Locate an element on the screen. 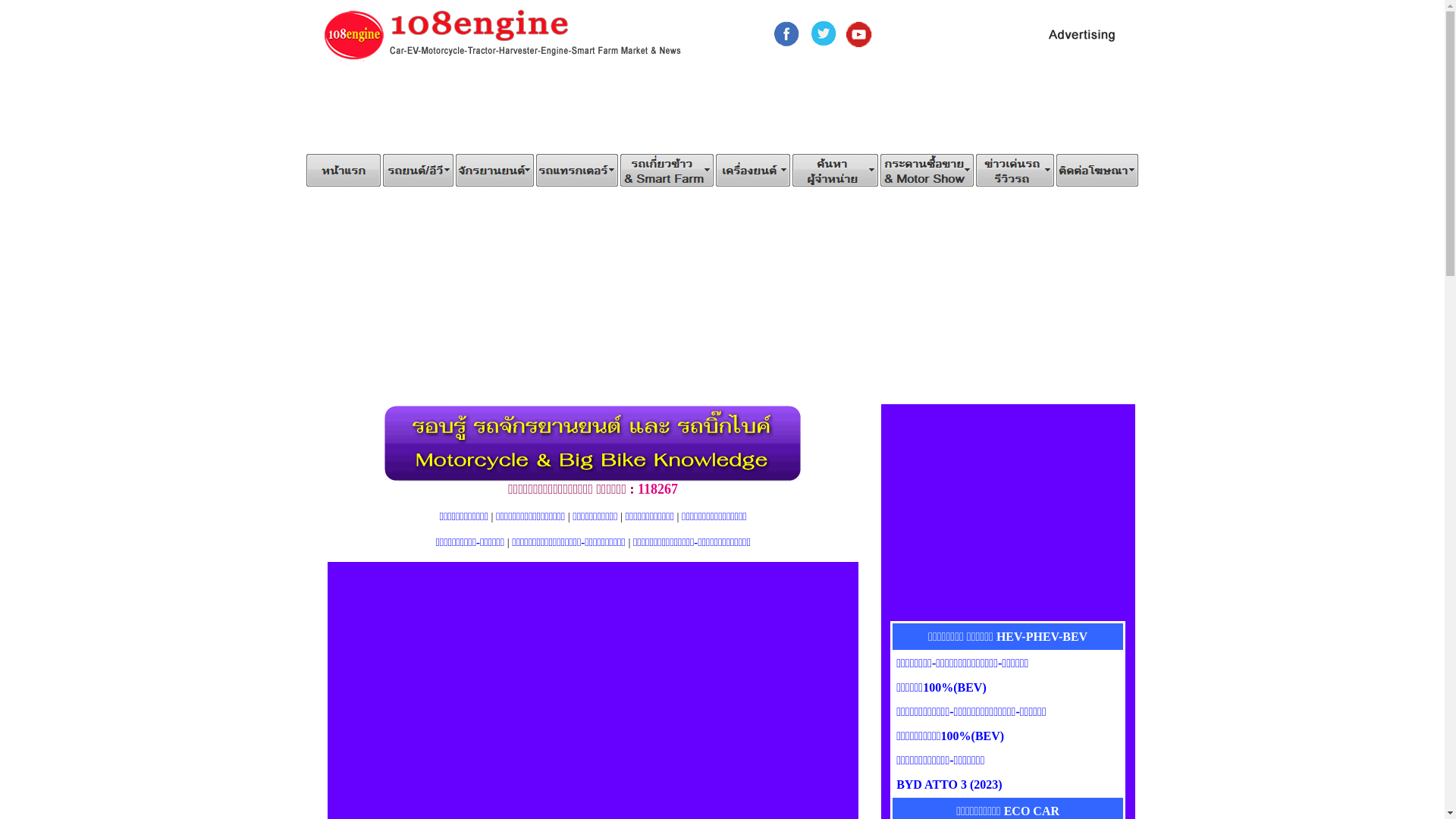 This screenshot has width=1456, height=819. 'YouTube108engine' is located at coordinates (843, 34).